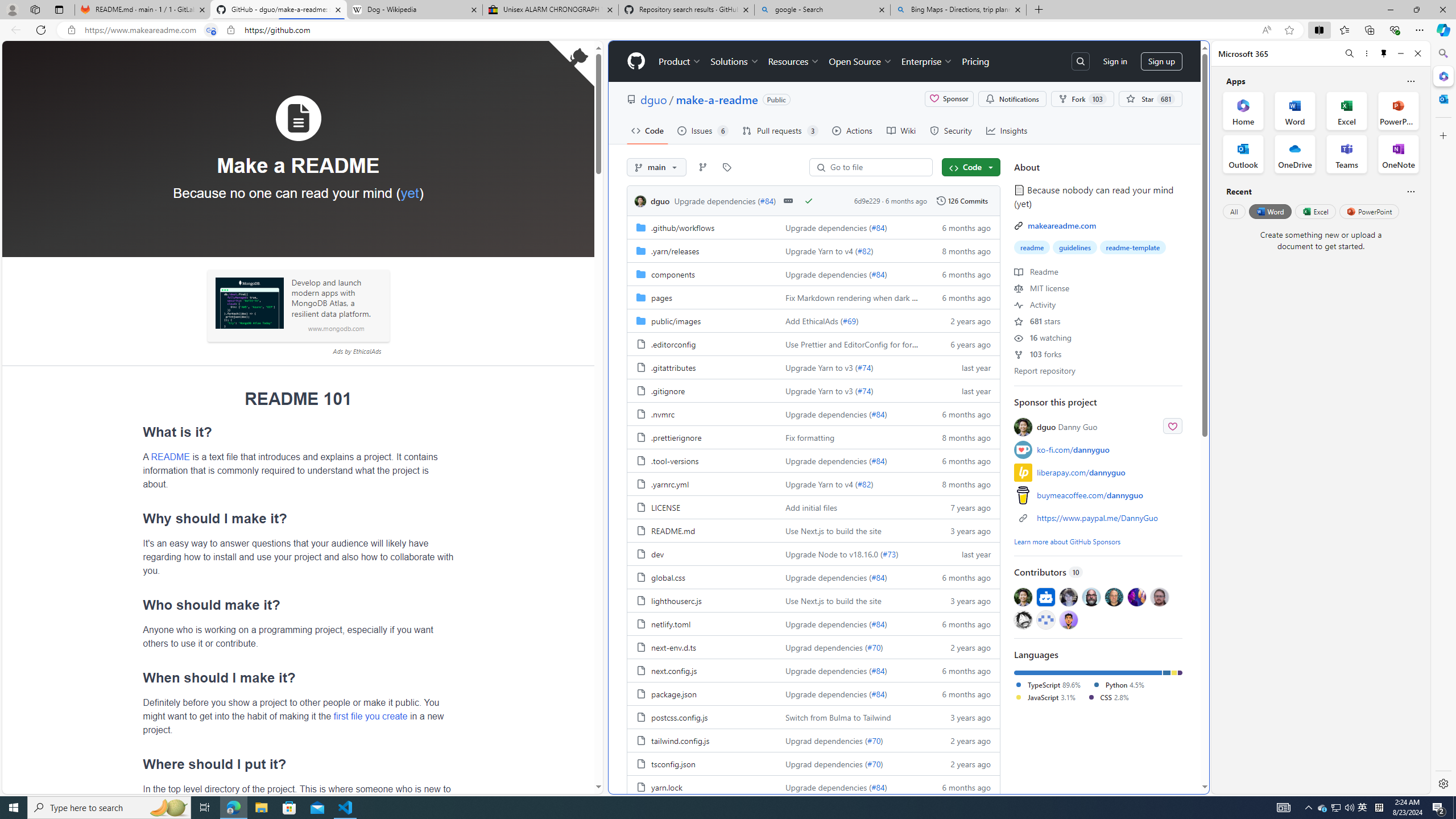  I want to click on 'AutomationID: folder-row-2', so click(813, 273).